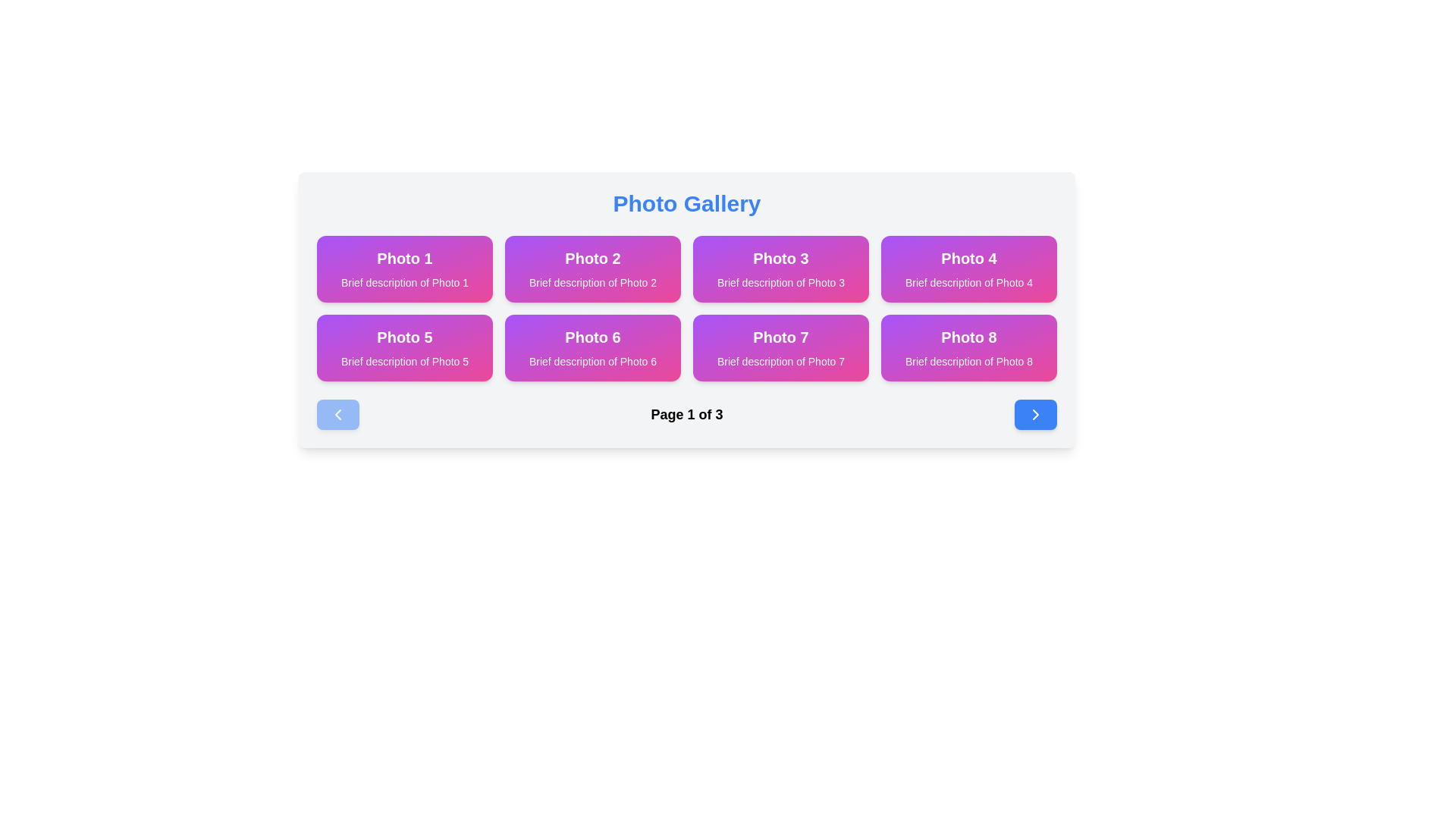 The image size is (1456, 819). What do you see at coordinates (404, 348) in the screenshot?
I see `the Card located in the second row, first column of the four-column grid layout within the 'Photo Gallery' section` at bounding box center [404, 348].